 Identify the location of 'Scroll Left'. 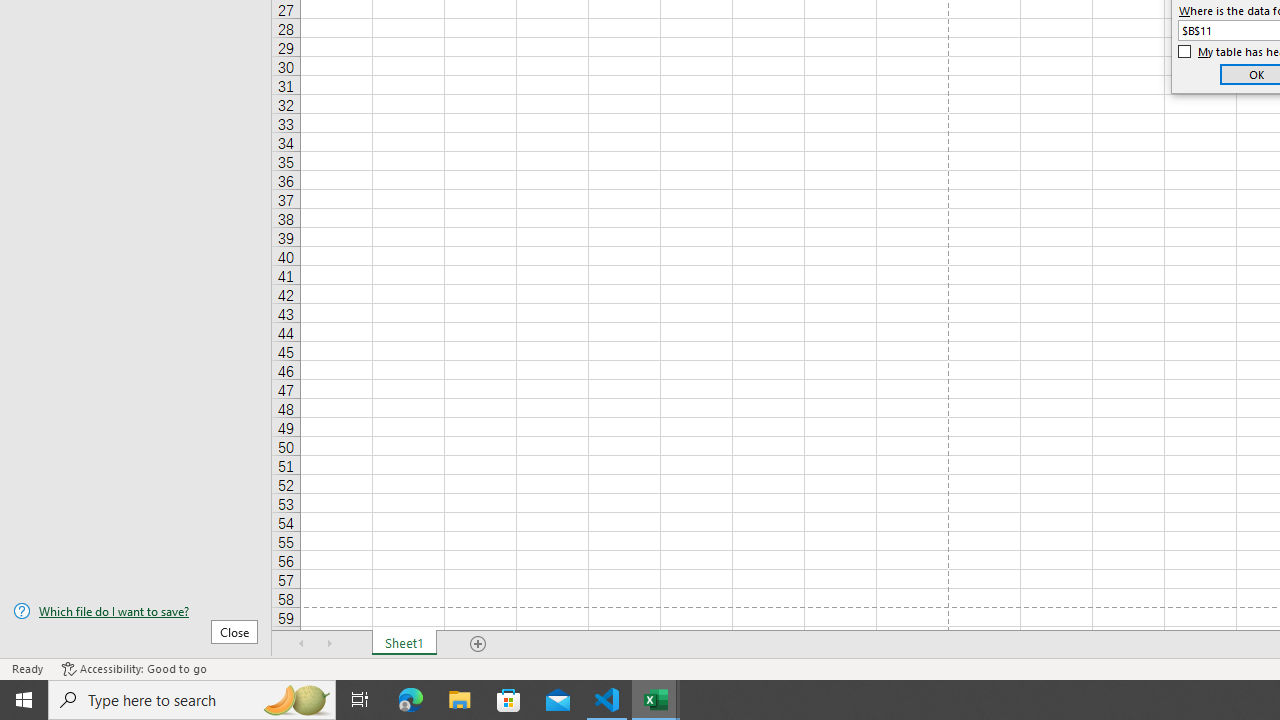
(301, 644).